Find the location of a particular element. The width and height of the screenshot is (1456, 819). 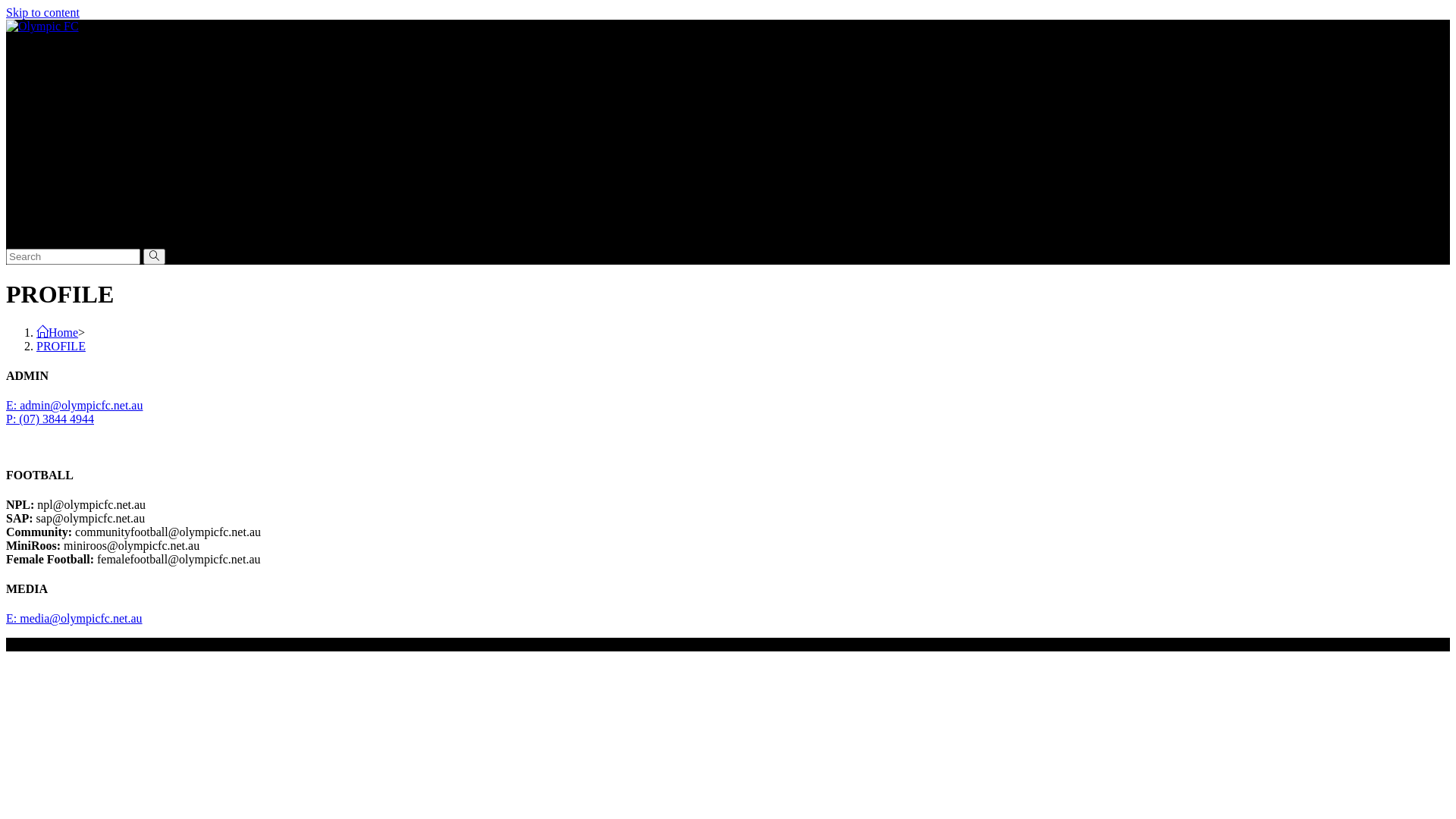

'P: (07) 3844 4944' is located at coordinates (50, 419).